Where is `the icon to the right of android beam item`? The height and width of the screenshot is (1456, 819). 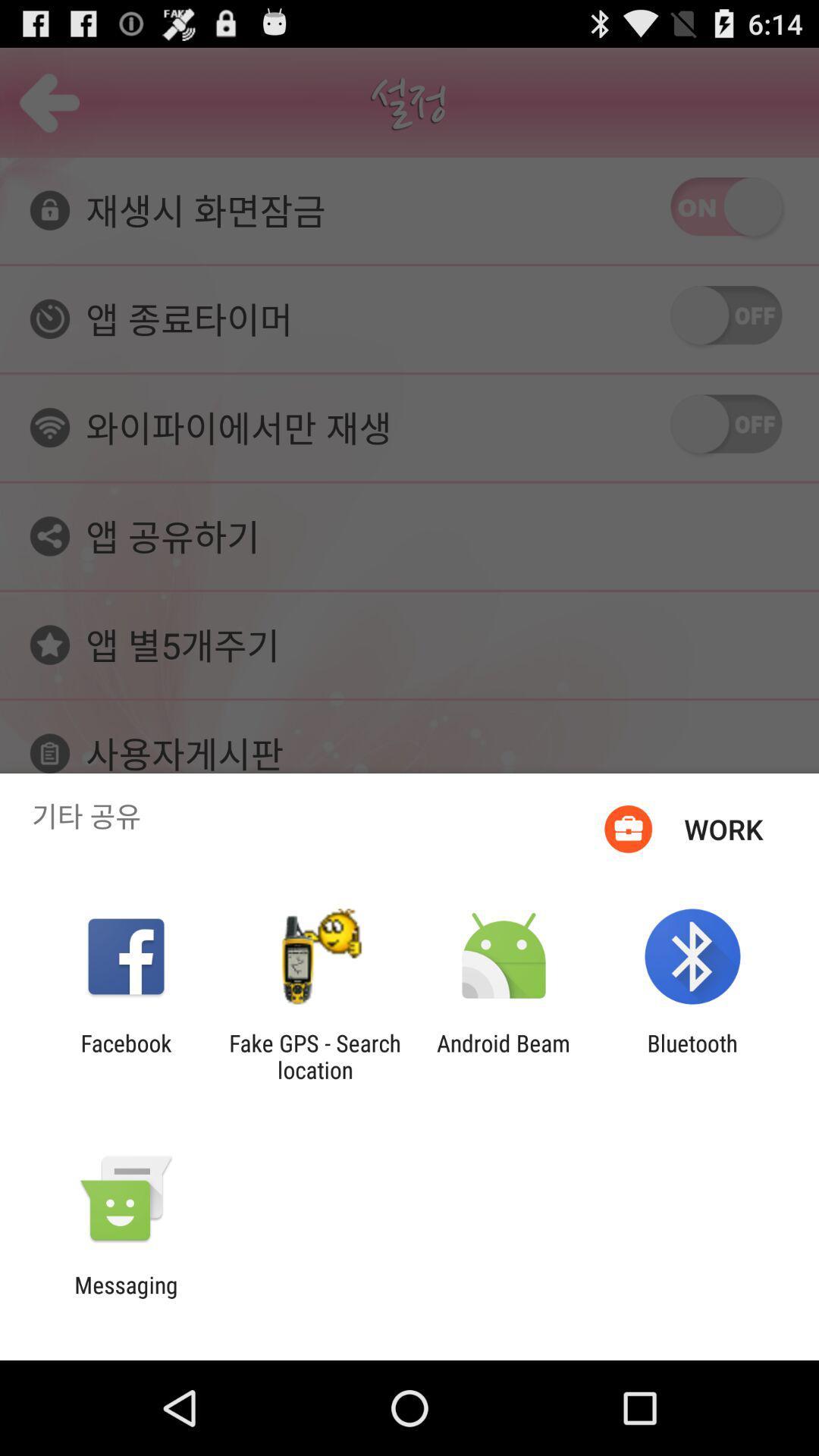
the icon to the right of android beam item is located at coordinates (692, 1056).